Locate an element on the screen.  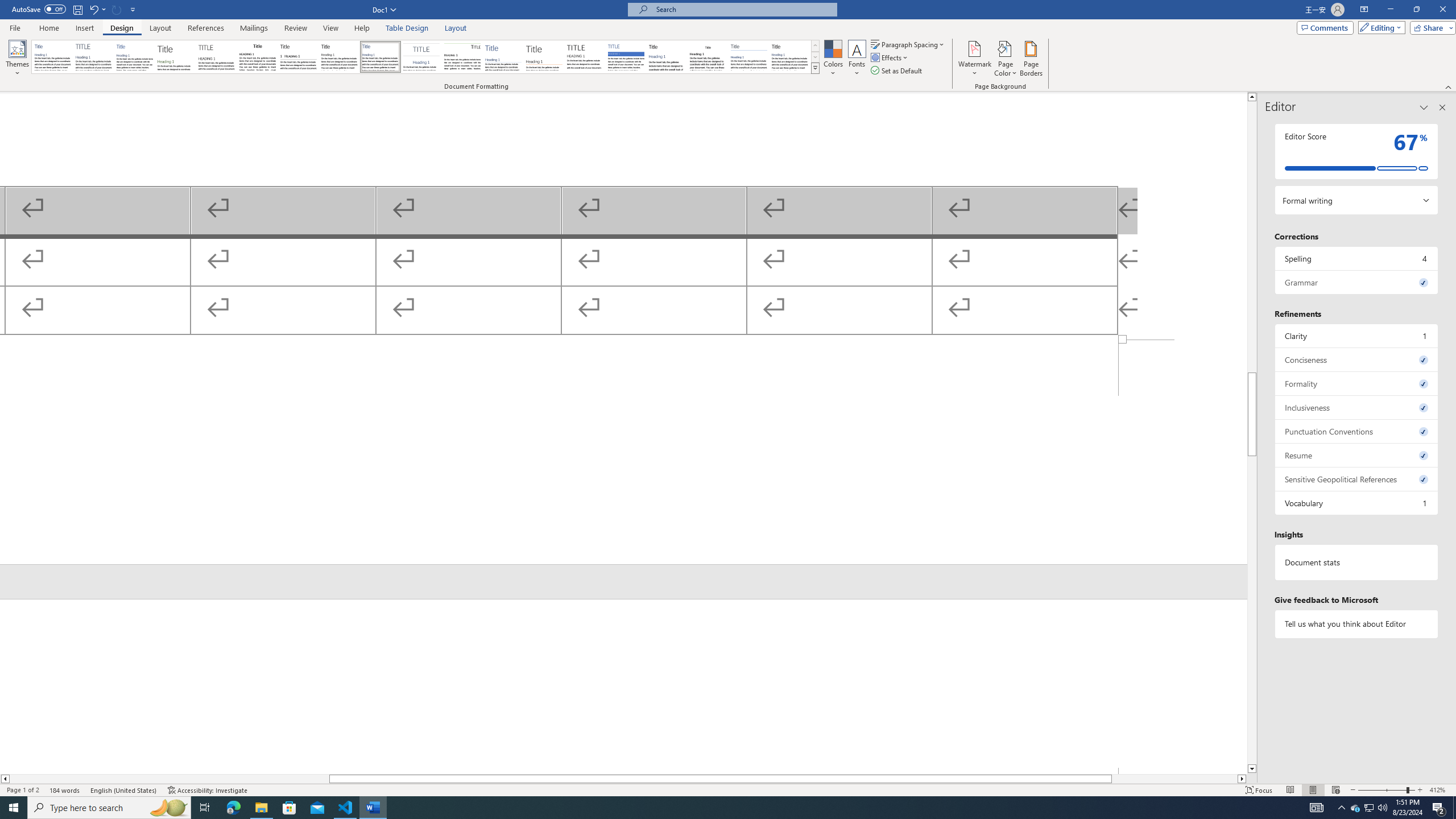
'Page Number Page 1 of 2' is located at coordinates (23, 790).